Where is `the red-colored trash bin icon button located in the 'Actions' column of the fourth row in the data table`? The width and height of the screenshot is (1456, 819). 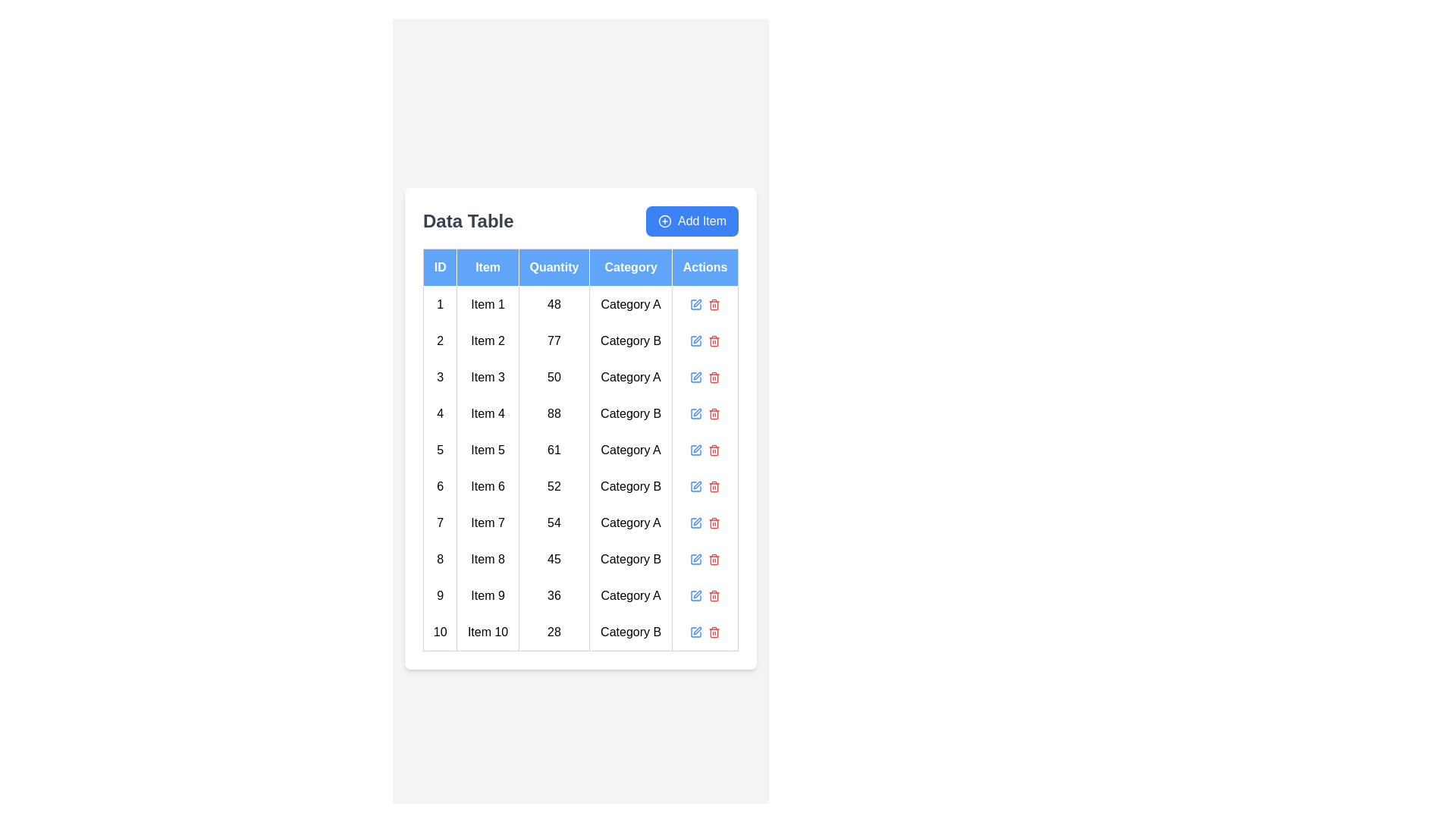
the red-colored trash bin icon button located in the 'Actions' column of the fourth row in the data table is located at coordinates (714, 413).